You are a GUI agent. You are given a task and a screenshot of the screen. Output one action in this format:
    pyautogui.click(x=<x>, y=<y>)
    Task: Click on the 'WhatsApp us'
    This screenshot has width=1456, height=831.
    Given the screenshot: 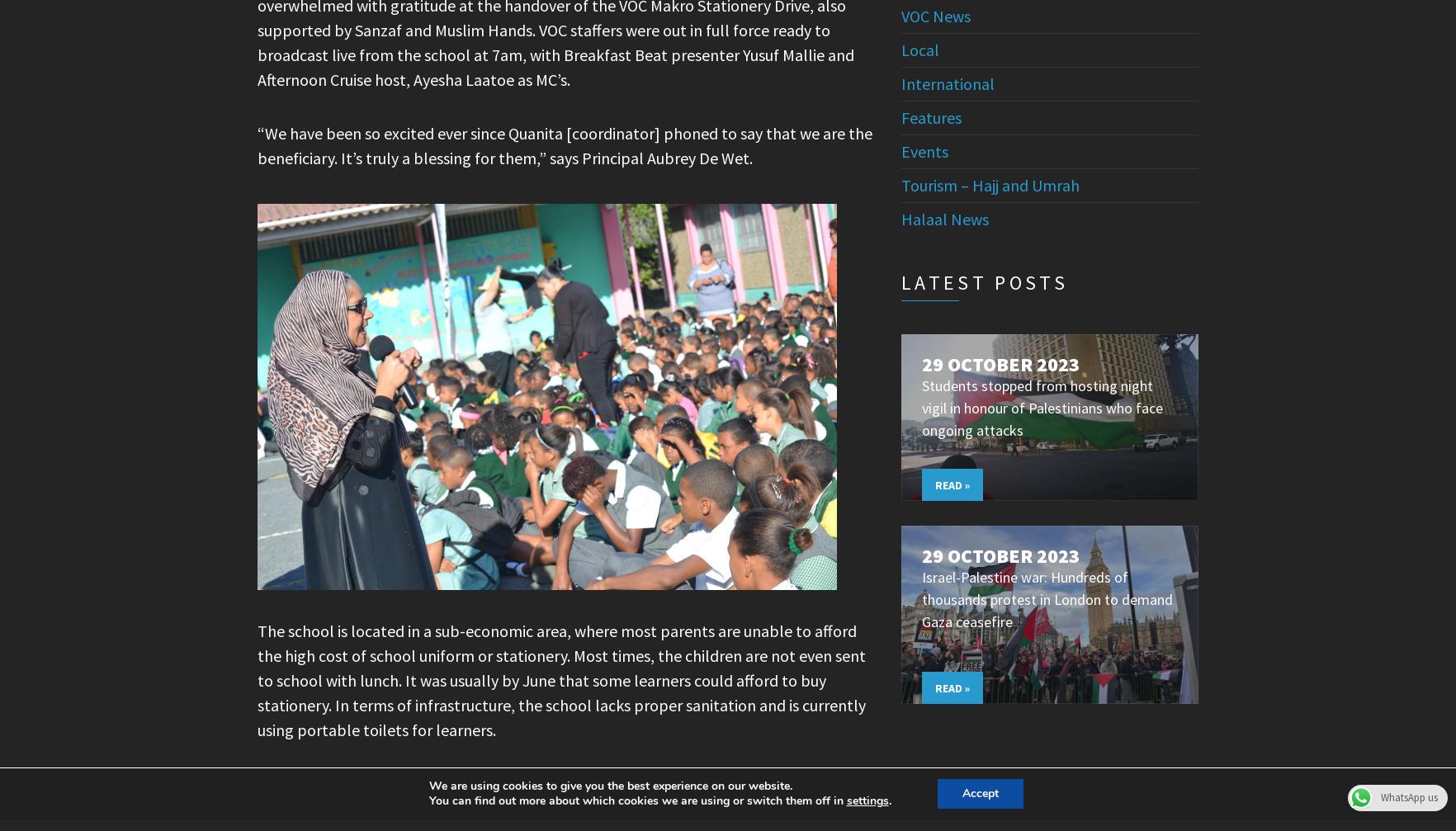 What is the action you would take?
    pyautogui.click(x=1409, y=796)
    